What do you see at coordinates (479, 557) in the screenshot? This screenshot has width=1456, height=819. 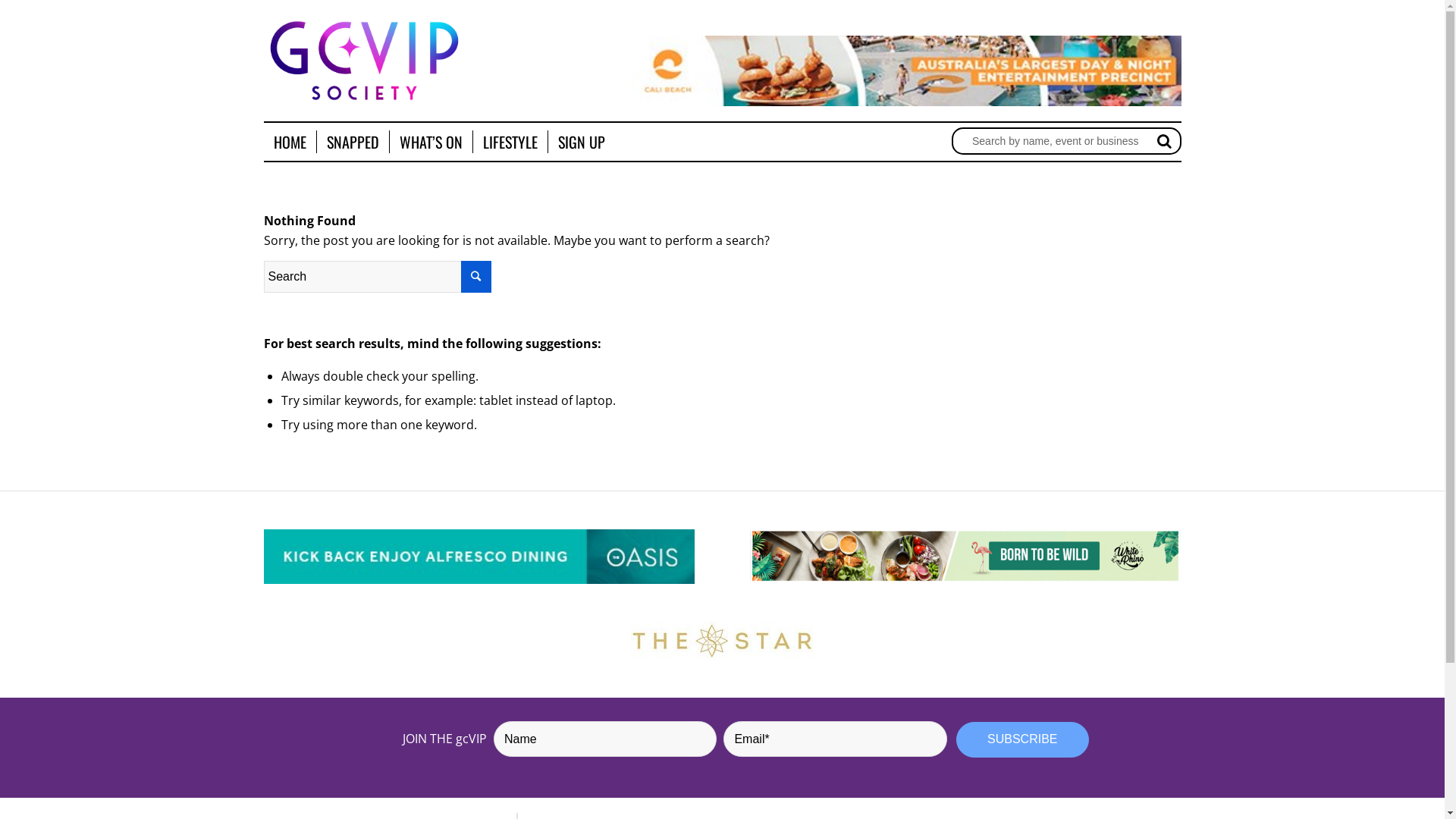 I see `'OAS3452-4_GCVIP-FooterHomepageBanner_468x60'` at bounding box center [479, 557].